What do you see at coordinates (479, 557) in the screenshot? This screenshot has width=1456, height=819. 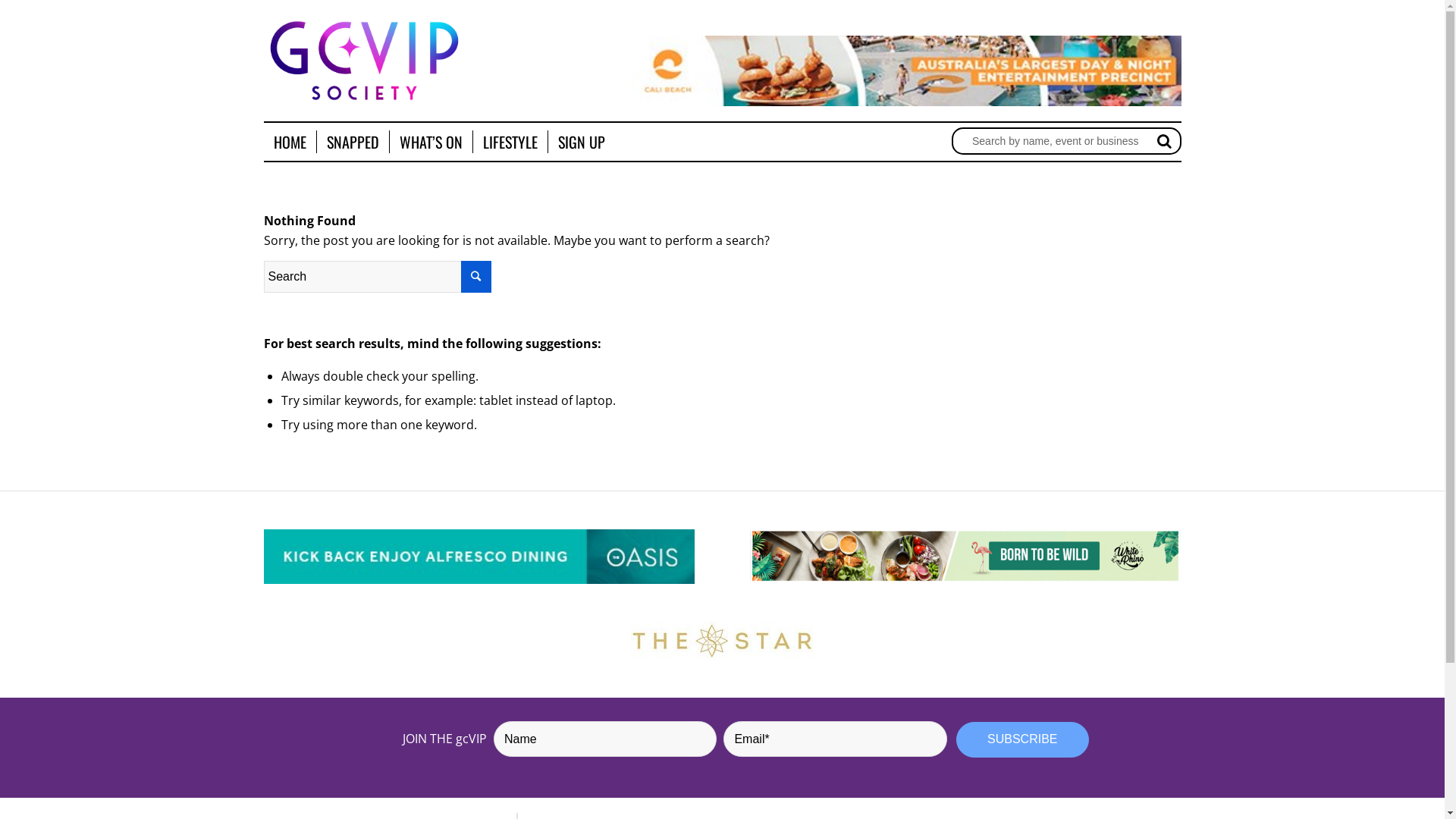 I see `'OAS3452-4_GCVIP-FooterHomepageBanner_468x60'` at bounding box center [479, 557].